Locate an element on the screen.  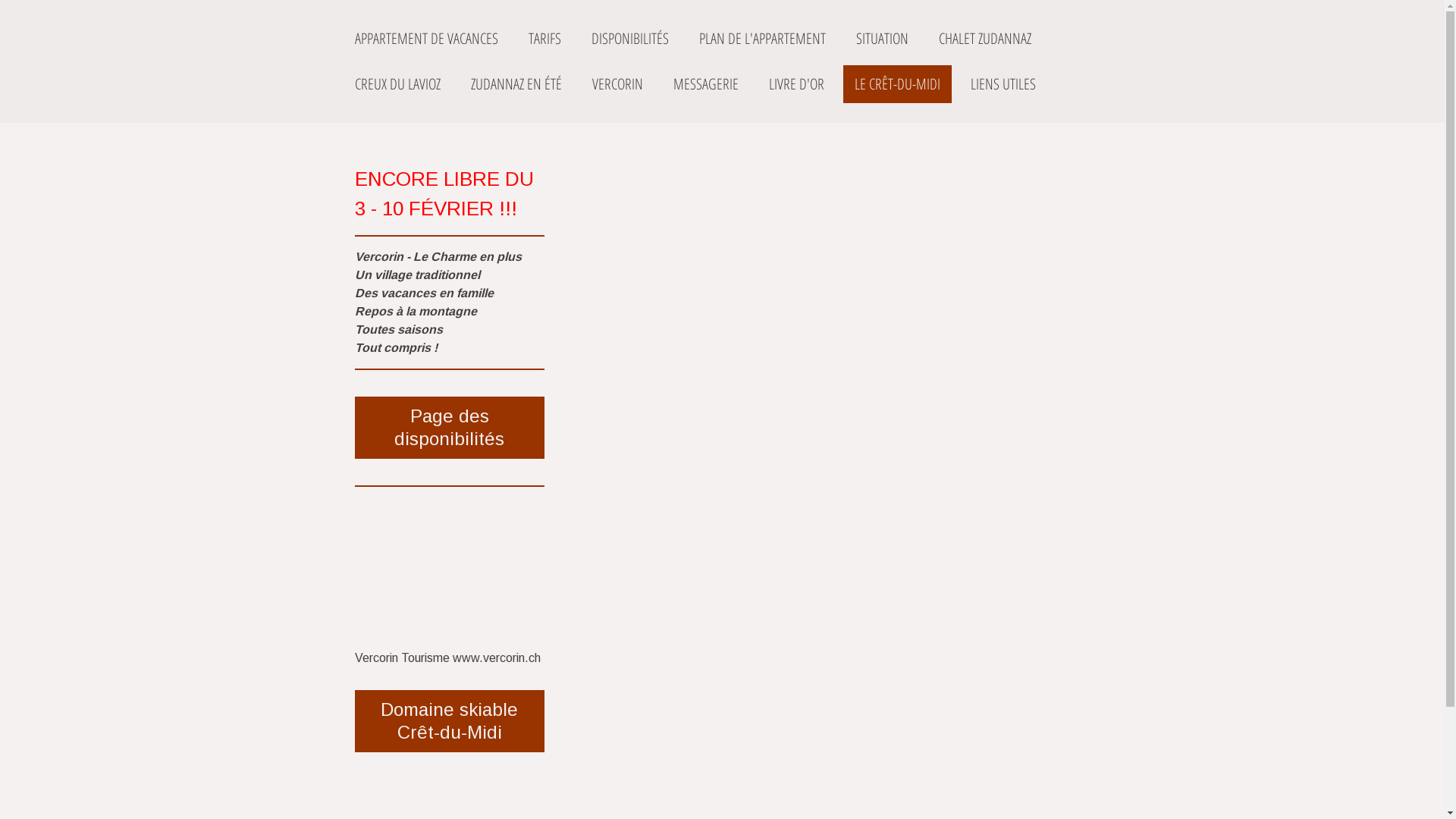
'SITUATION' is located at coordinates (843, 37).